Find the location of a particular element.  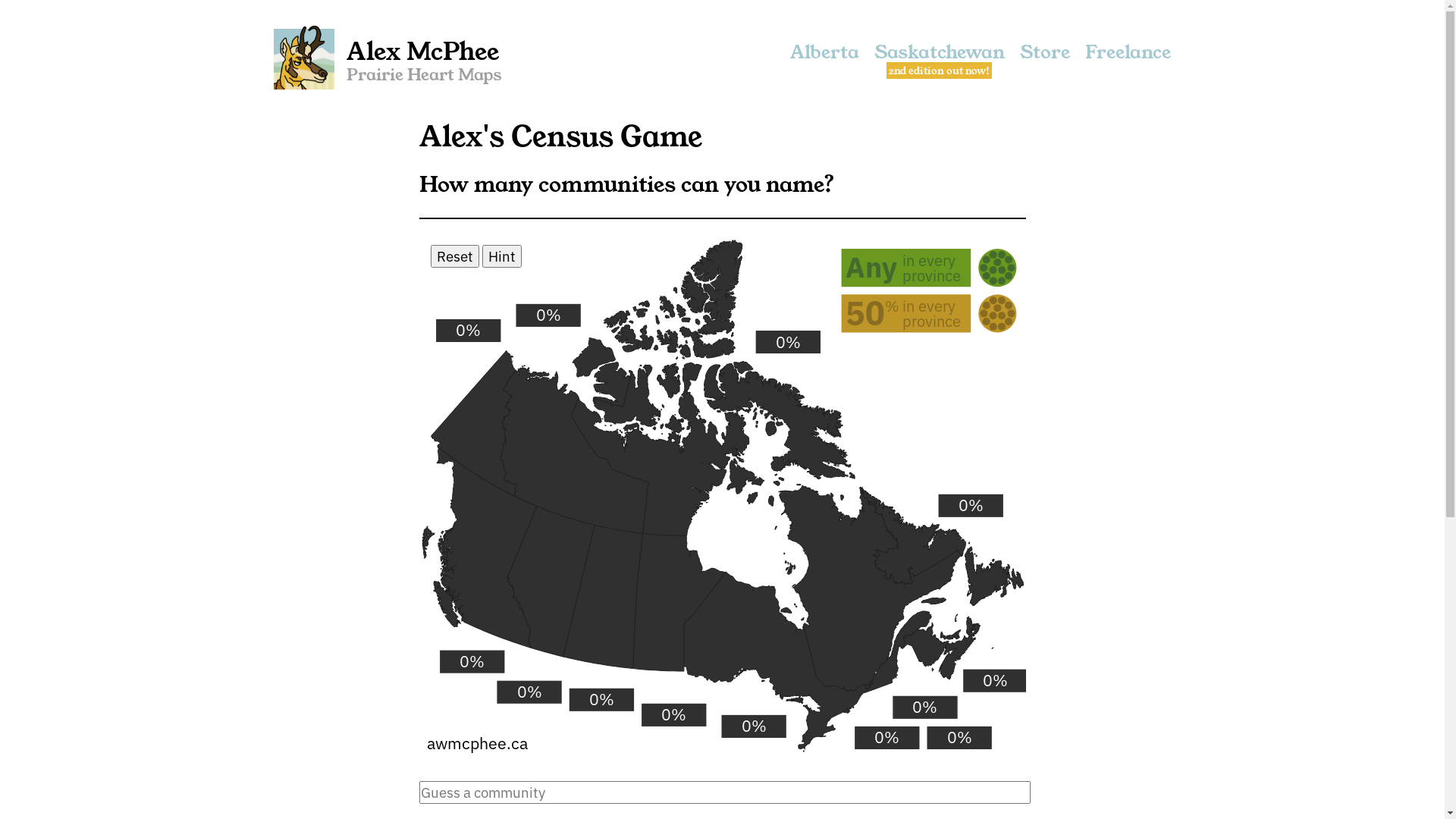

'Alex McPhee is located at coordinates (388, 58).